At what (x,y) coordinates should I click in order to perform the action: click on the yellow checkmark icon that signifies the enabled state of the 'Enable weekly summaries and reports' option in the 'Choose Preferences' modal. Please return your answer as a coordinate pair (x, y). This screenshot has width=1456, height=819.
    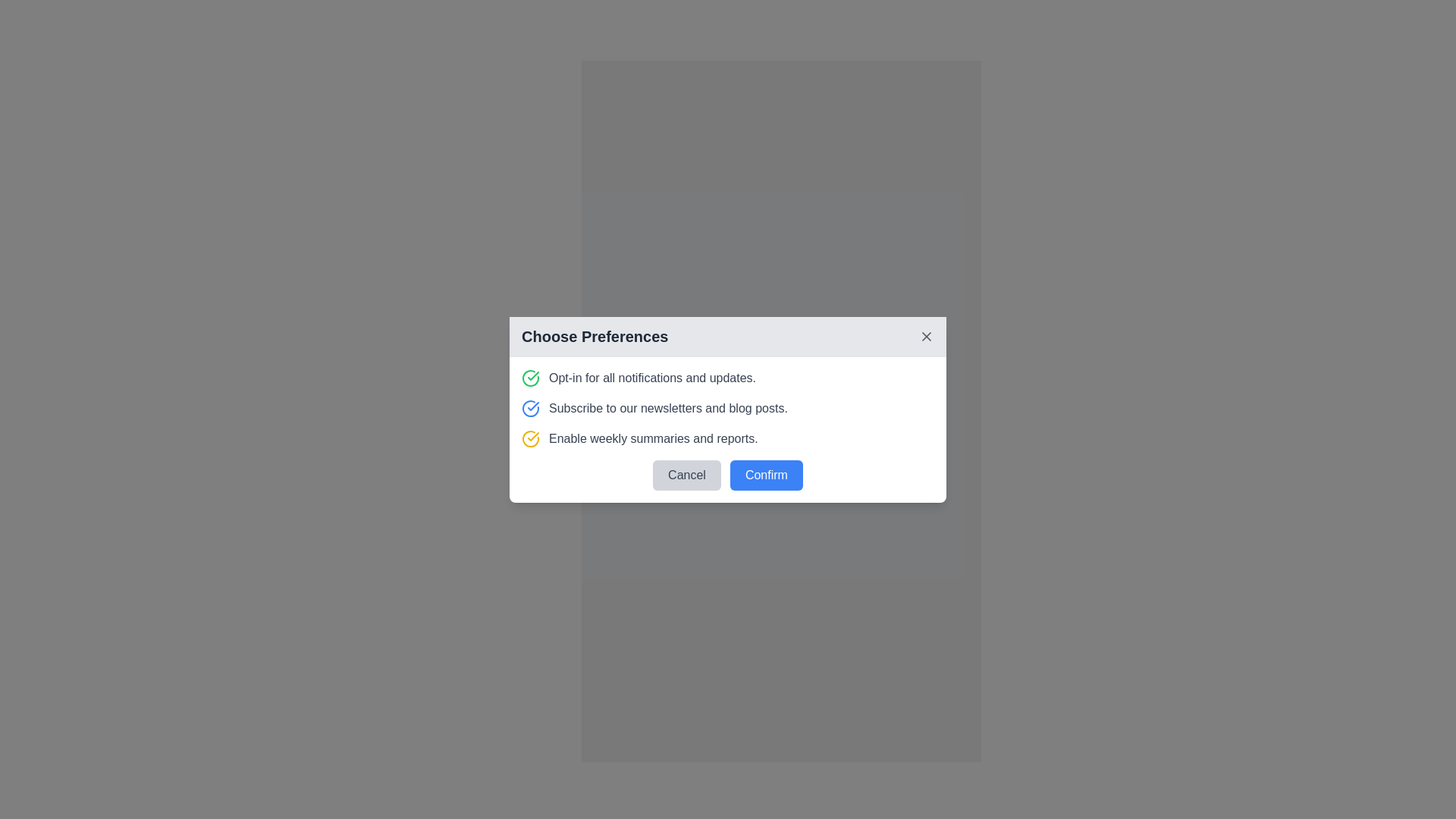
    Looking at the image, I should click on (533, 436).